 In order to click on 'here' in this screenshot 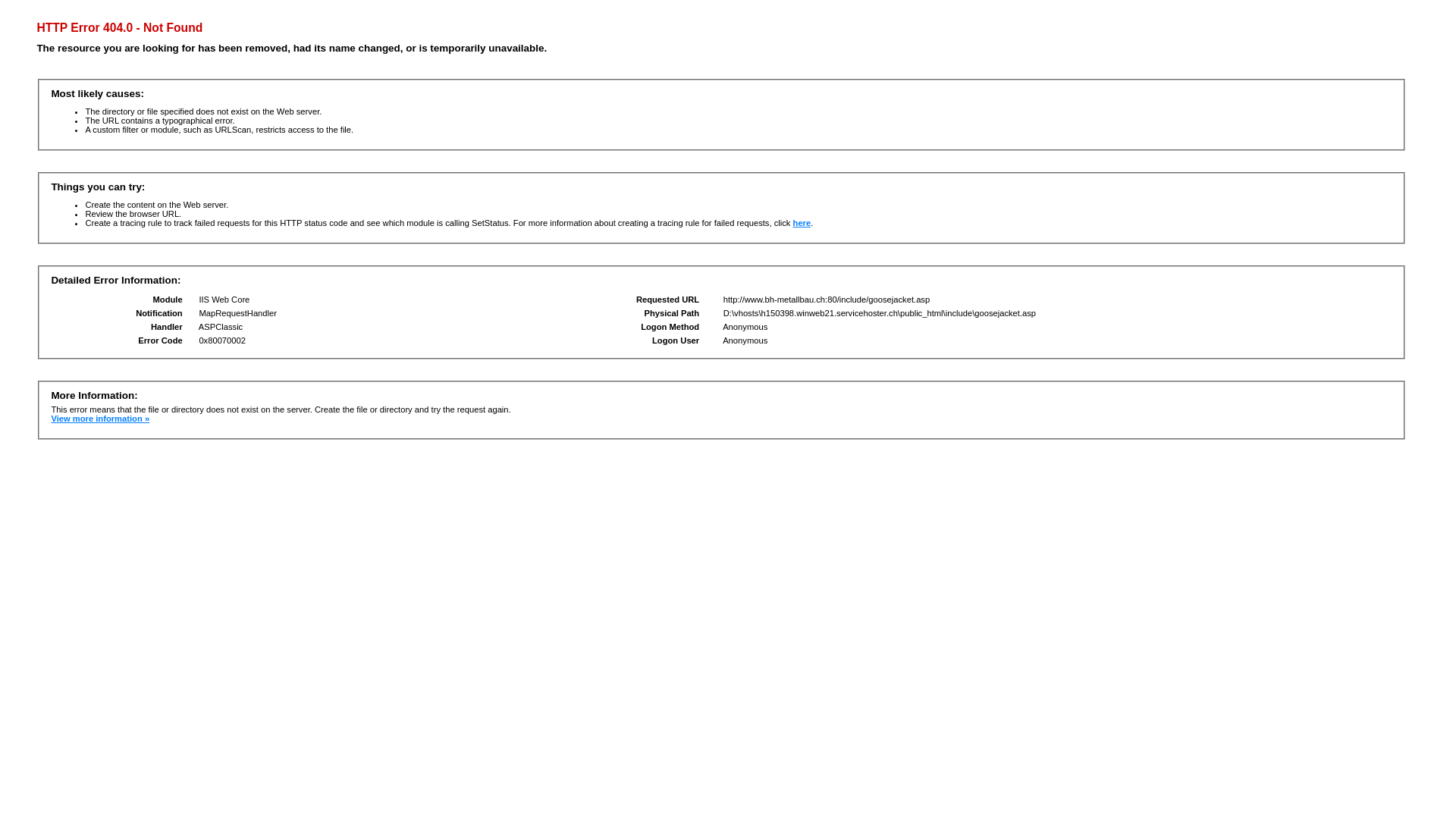, I will do `click(801, 222)`.